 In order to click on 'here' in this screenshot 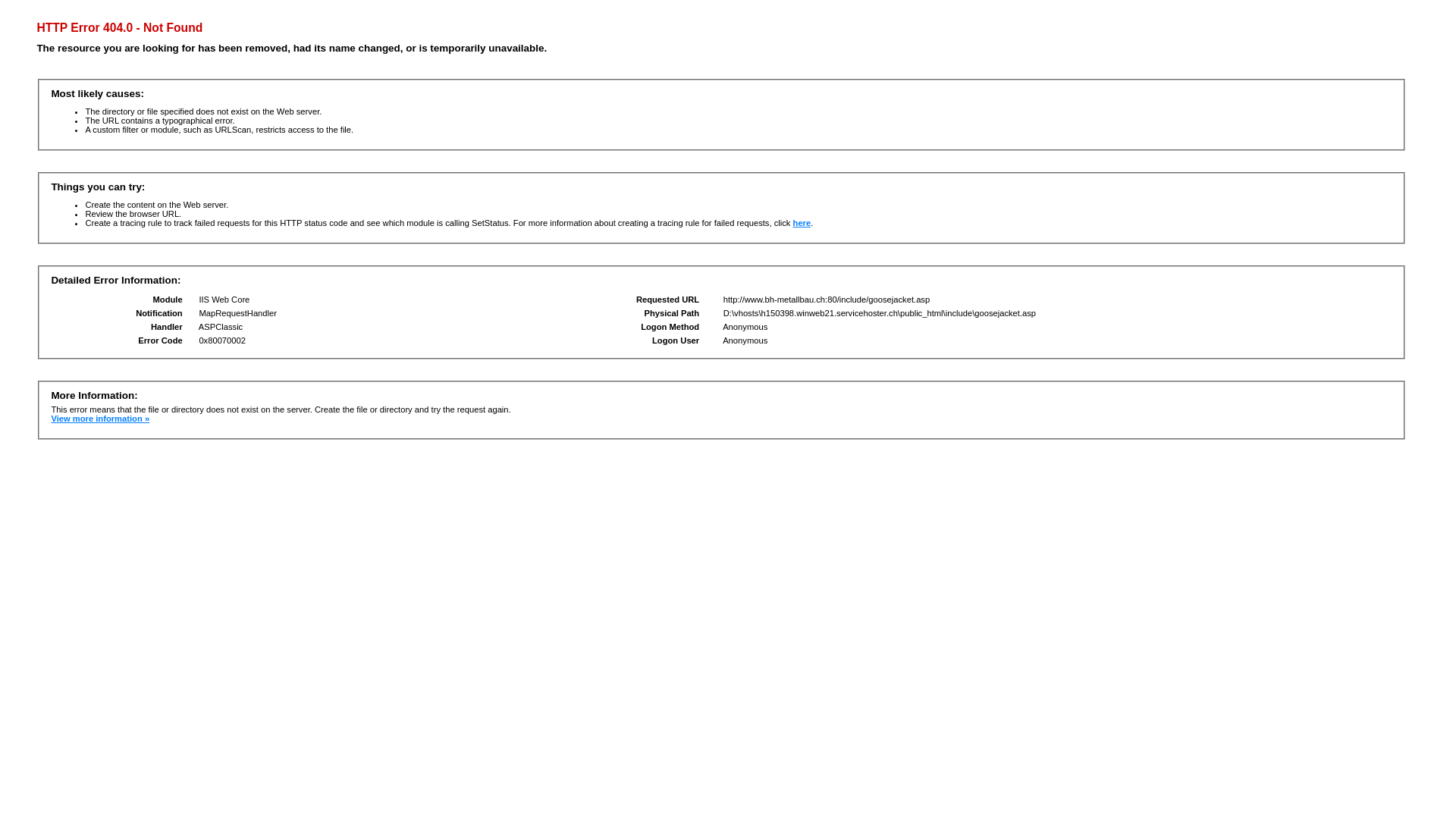, I will do `click(801, 222)`.